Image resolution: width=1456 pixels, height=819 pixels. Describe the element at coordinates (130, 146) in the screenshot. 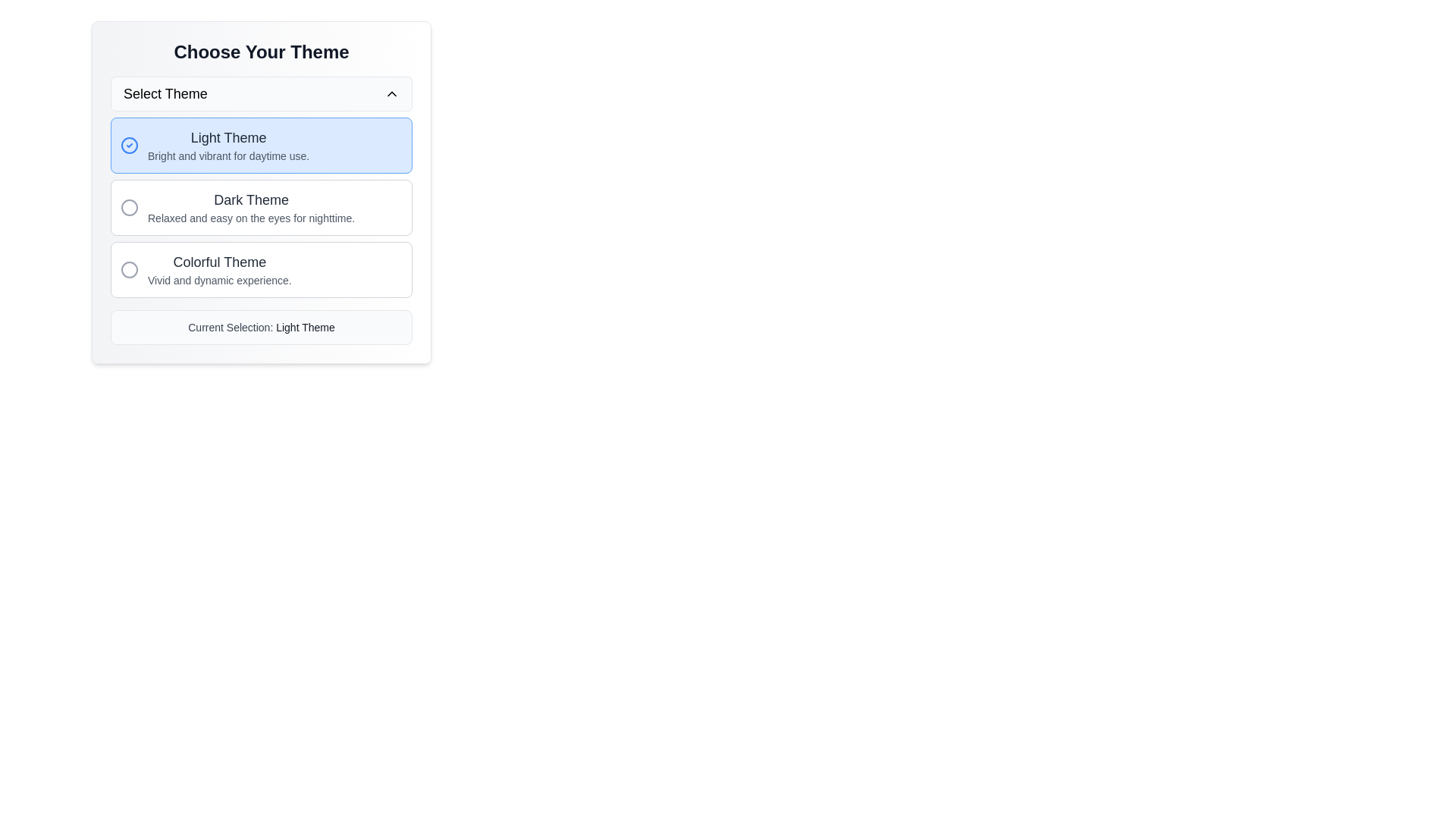

I see `the circular selection indicator icon with a blue border and a checkmark symbol, located at the top-left corner of the 'Light Theme' highlighted area` at that location.